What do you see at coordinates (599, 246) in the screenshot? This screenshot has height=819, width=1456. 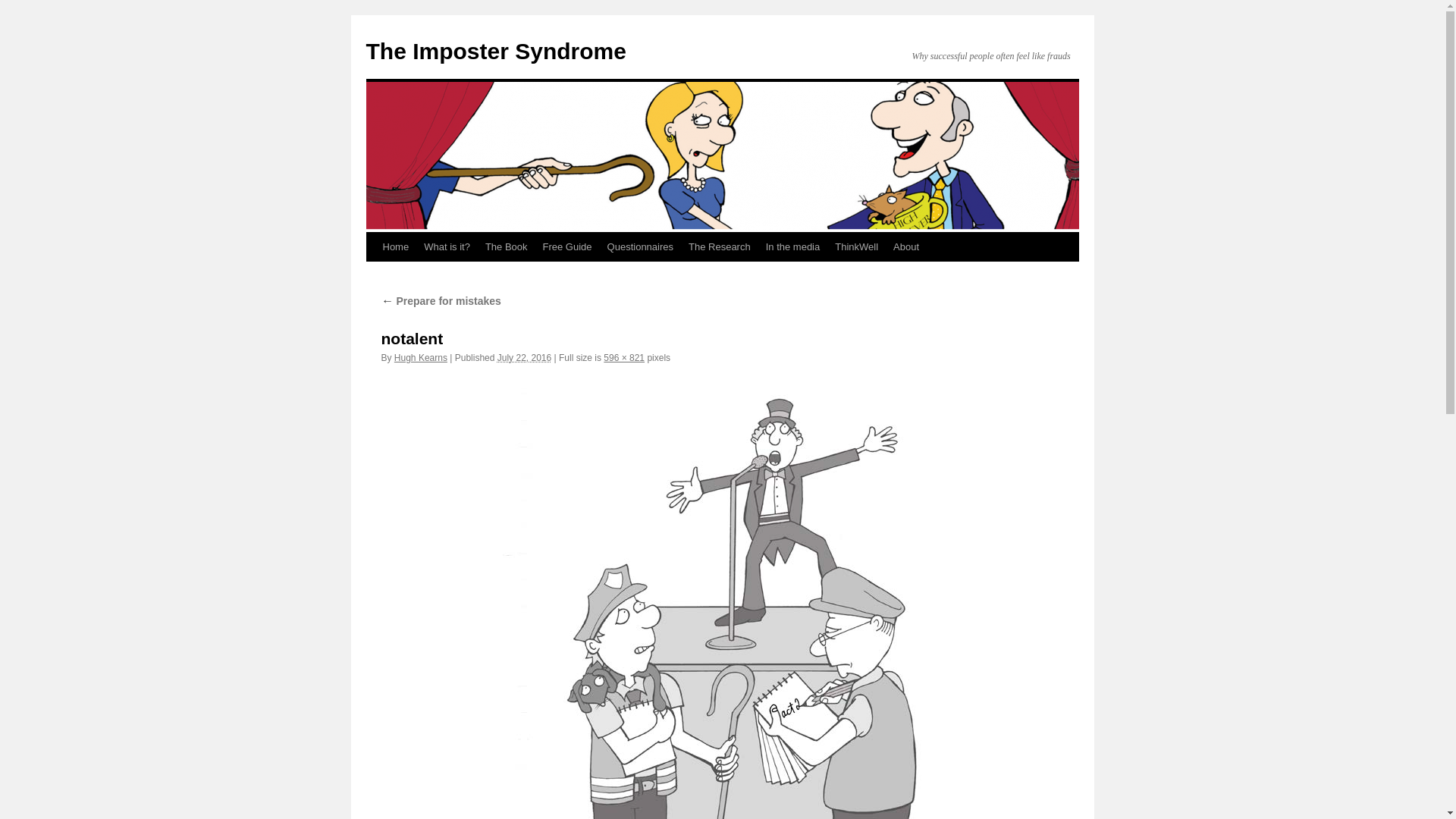 I see `'Questionnaires'` at bounding box center [599, 246].